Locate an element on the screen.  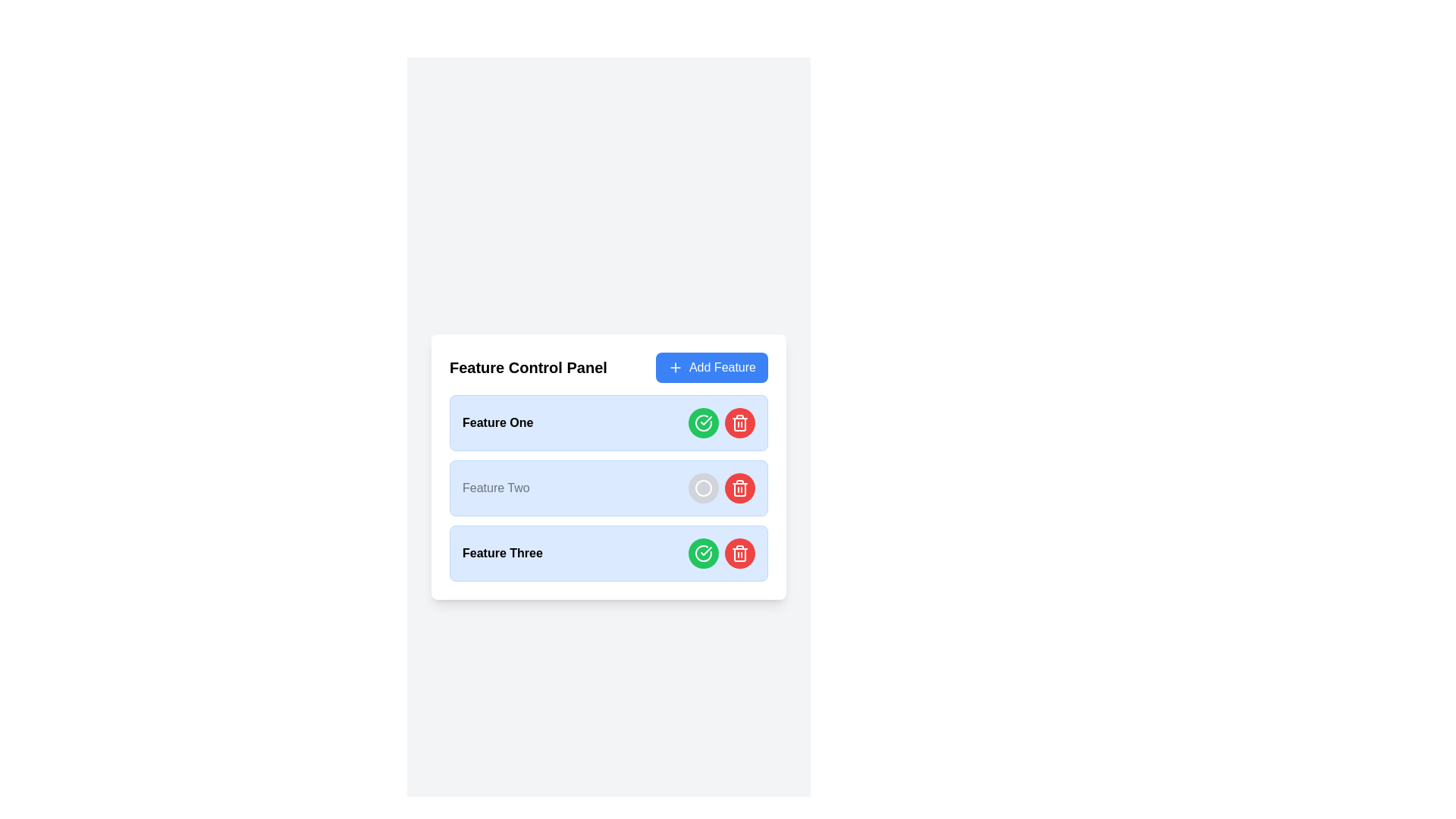
the List item with action buttons labeled 'Feature Three' to trigger tooltip or visual effects is located at coordinates (608, 553).